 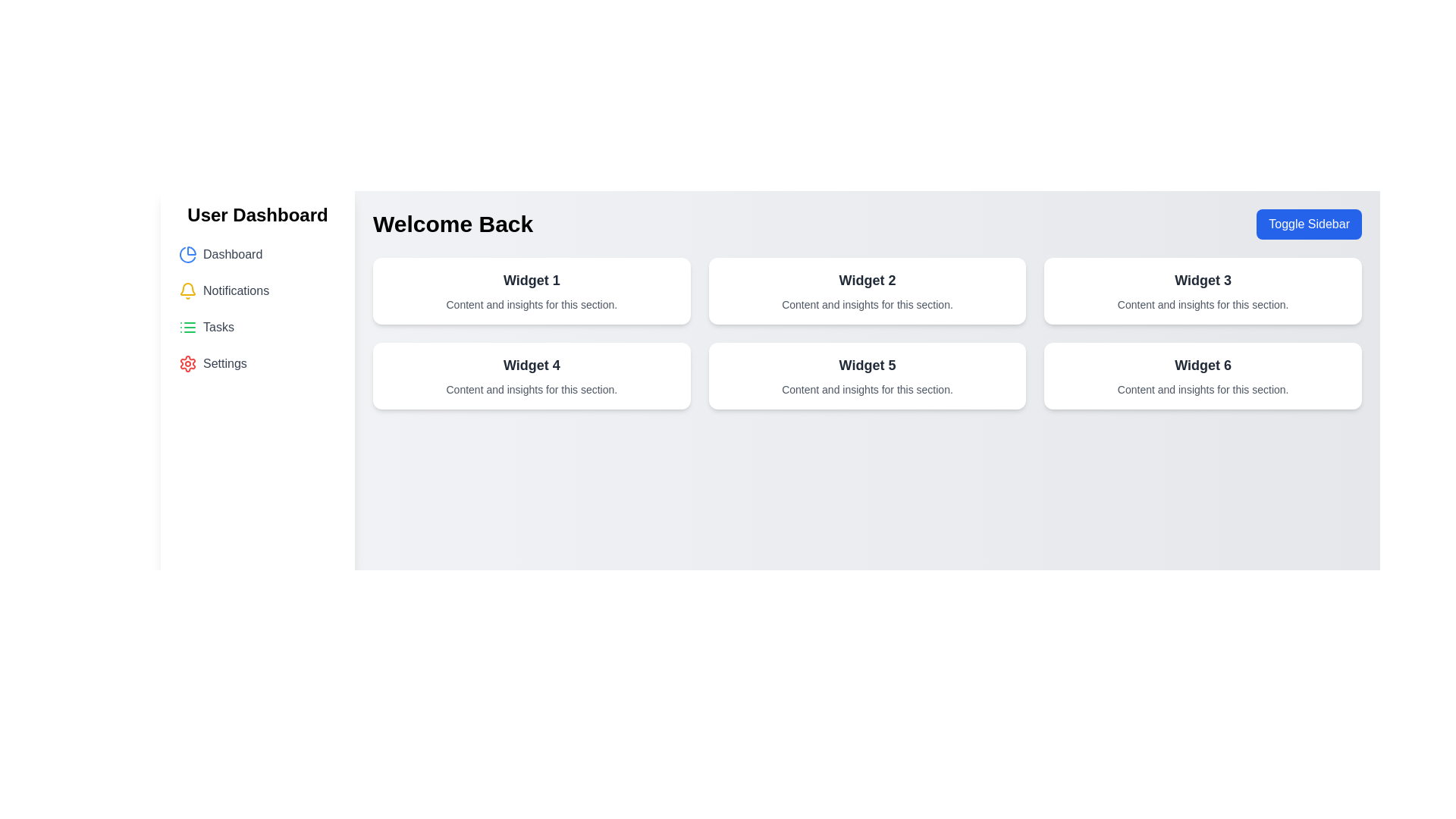 I want to click on the 'Notifications' menu item, which features a yellow notification bell icon and gray text, so click(x=258, y=291).